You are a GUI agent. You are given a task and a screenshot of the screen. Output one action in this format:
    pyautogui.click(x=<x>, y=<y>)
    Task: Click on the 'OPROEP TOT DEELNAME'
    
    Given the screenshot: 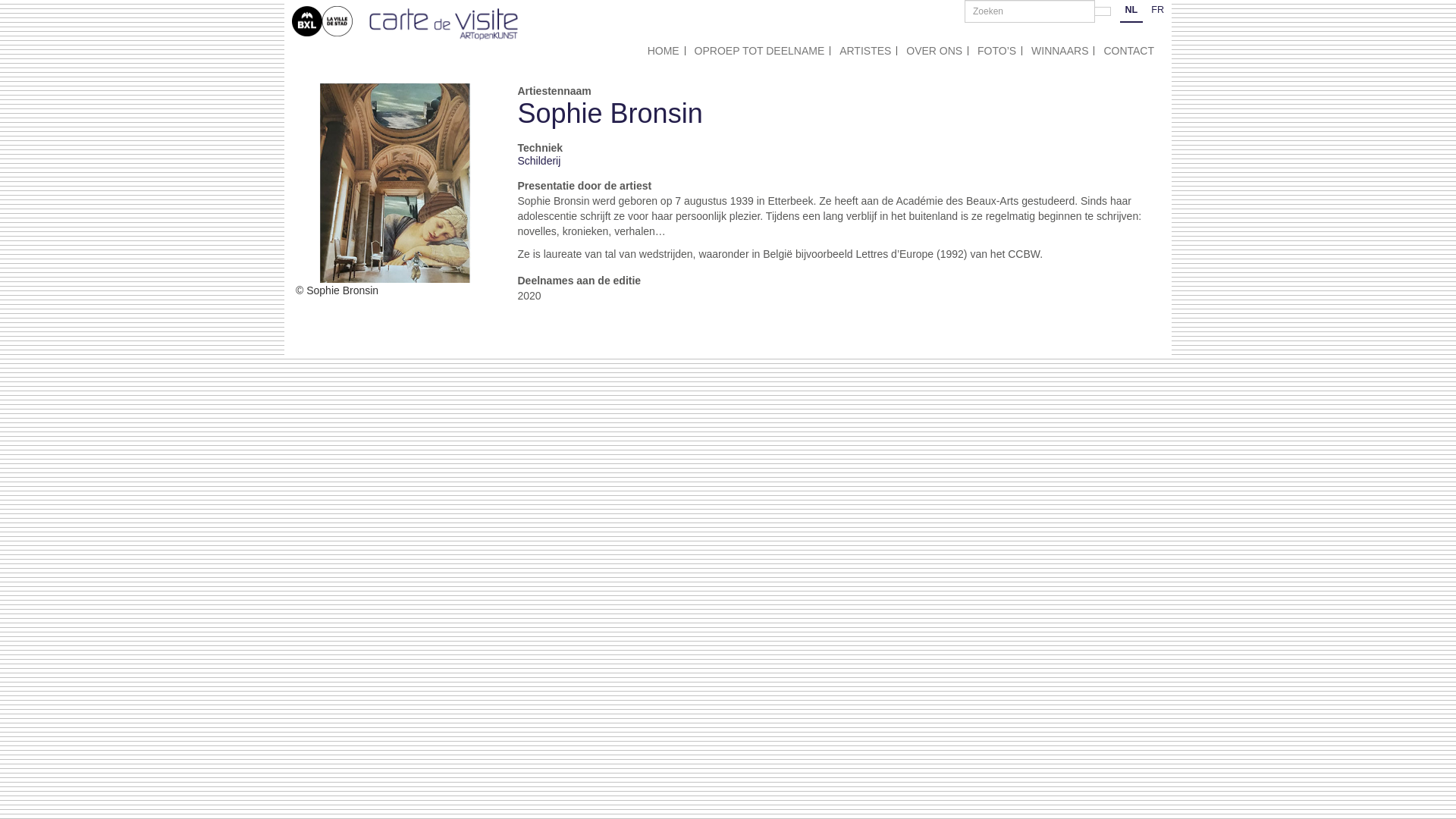 What is the action you would take?
    pyautogui.click(x=760, y=49)
    